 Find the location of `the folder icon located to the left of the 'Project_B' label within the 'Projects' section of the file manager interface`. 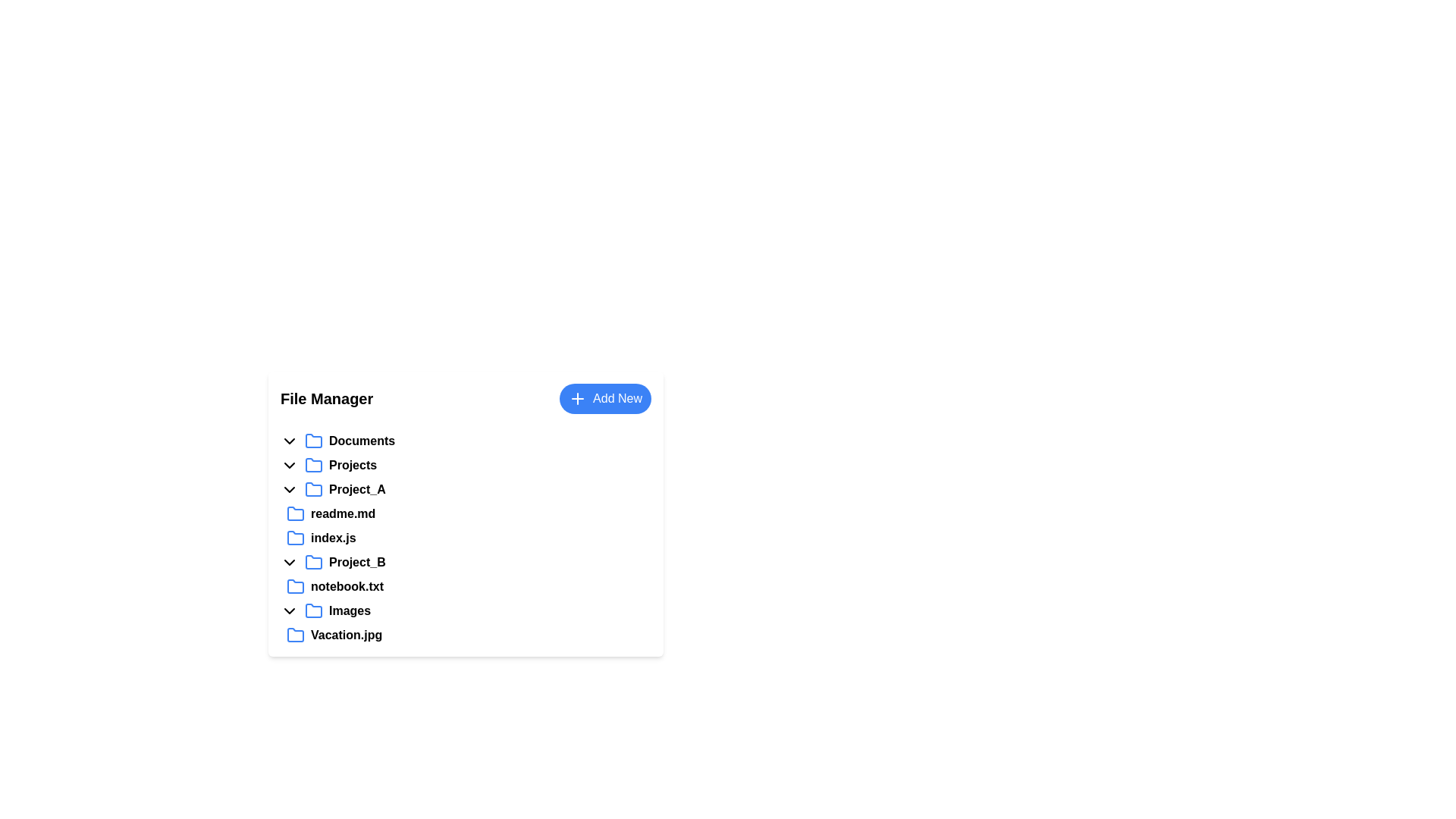

the folder icon located to the left of the 'Project_B' label within the 'Projects' section of the file manager interface is located at coordinates (312, 562).